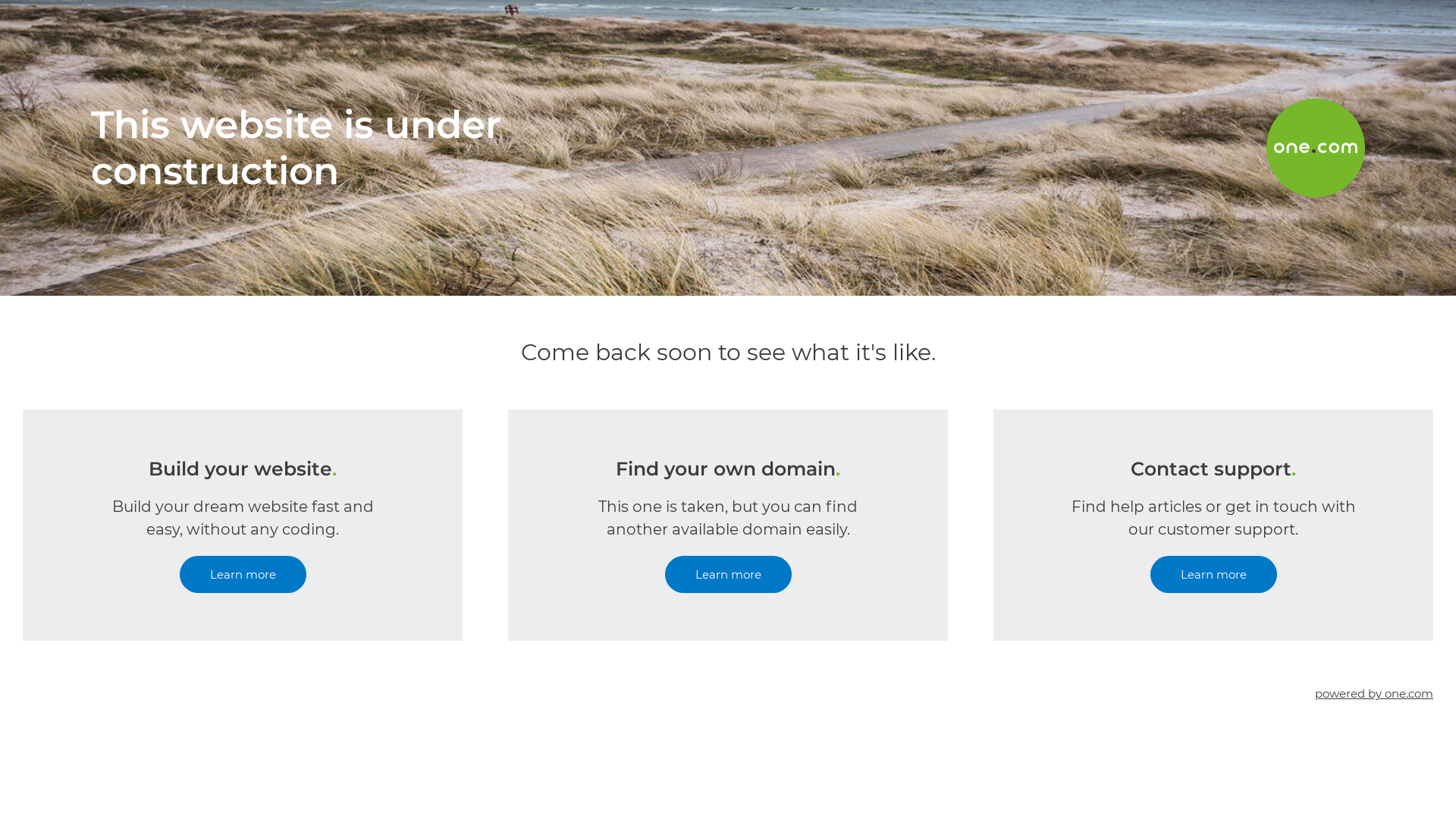 This screenshot has height=819, width=1456. Describe the element at coordinates (1373, 693) in the screenshot. I see `'powered by one.com'` at that location.